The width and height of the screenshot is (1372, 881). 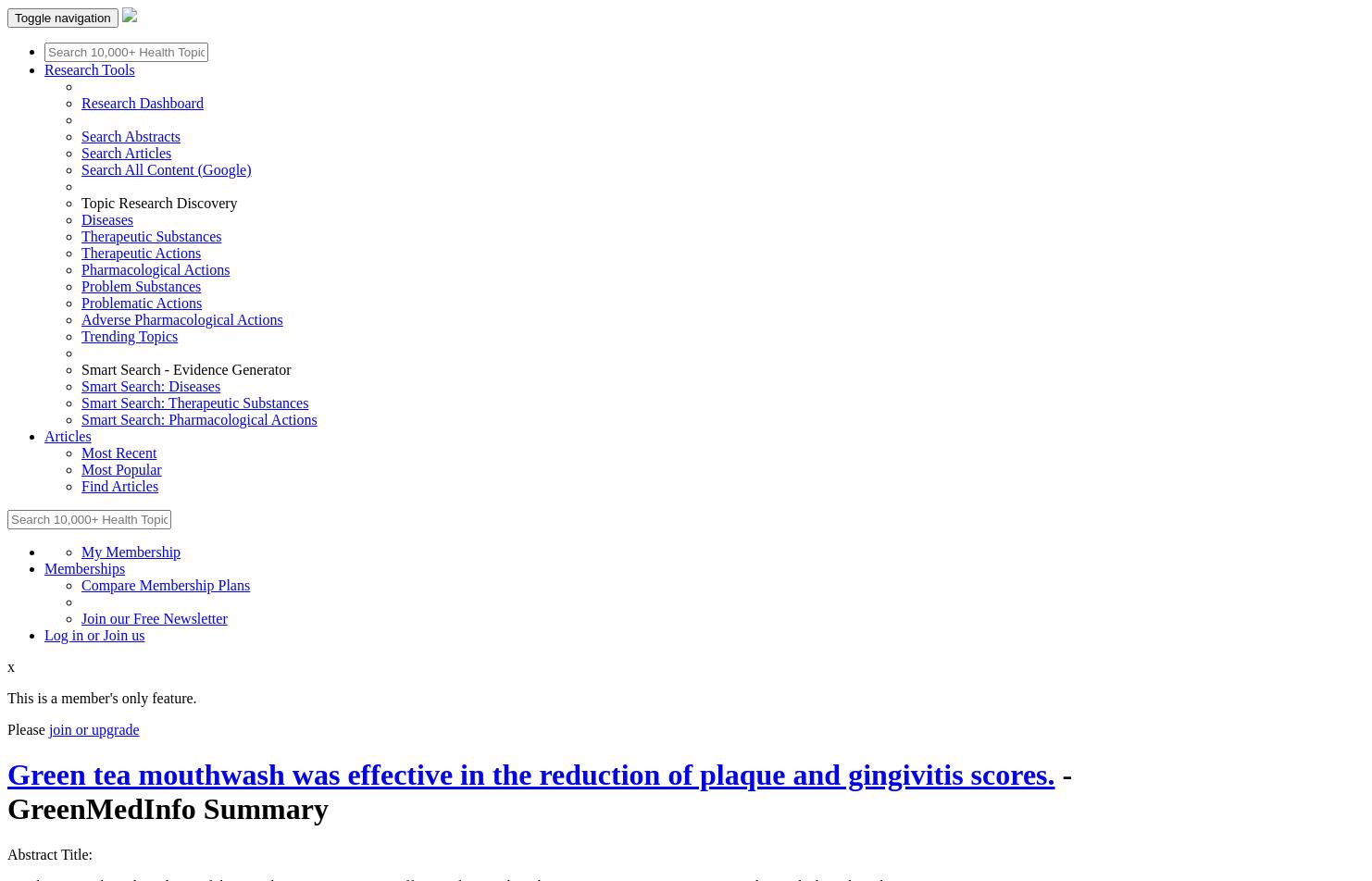 I want to click on 'Research Dashboard', so click(x=81, y=103).